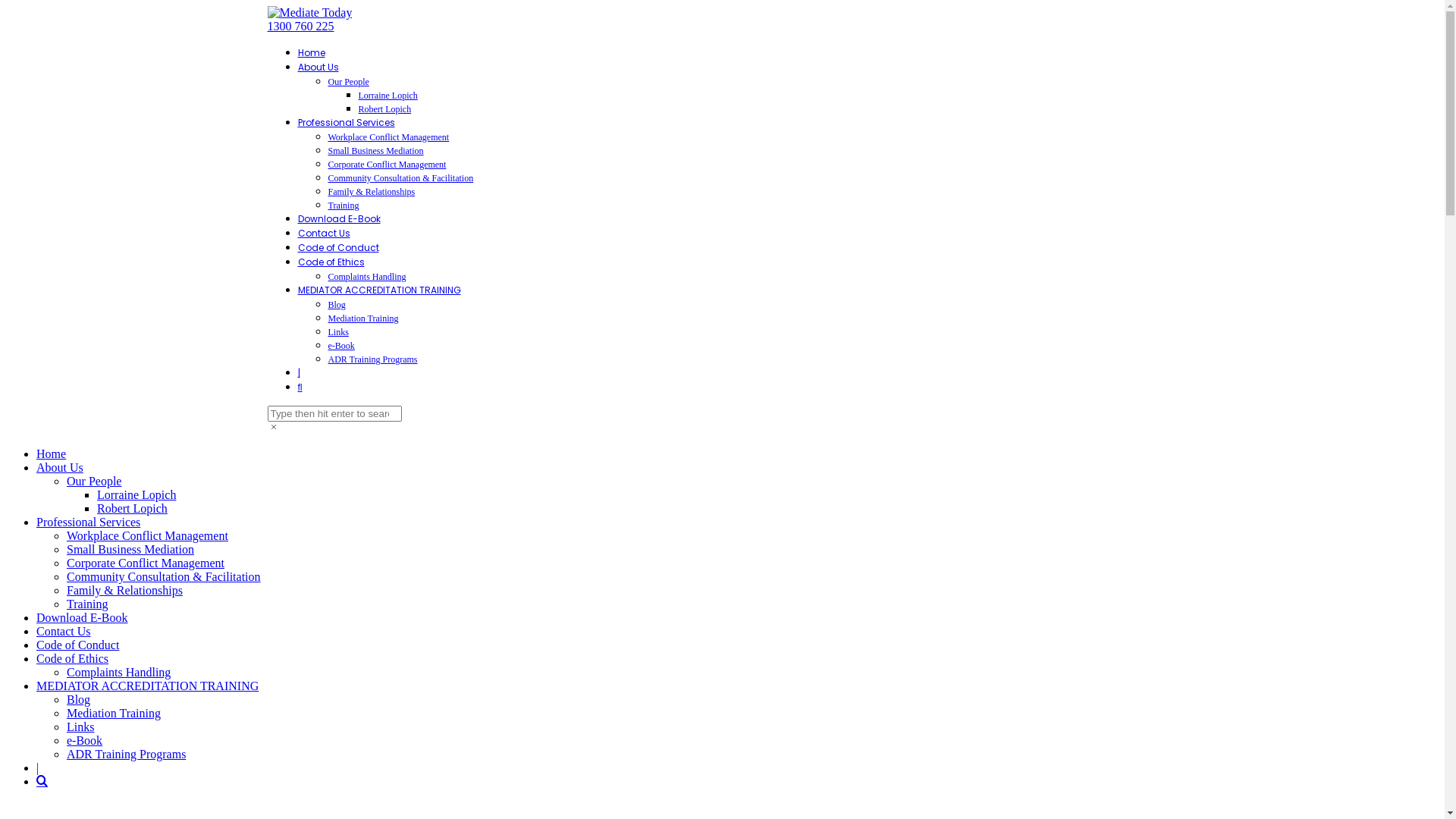  What do you see at coordinates (126, 754) in the screenshot?
I see `'ADR Training Programs'` at bounding box center [126, 754].